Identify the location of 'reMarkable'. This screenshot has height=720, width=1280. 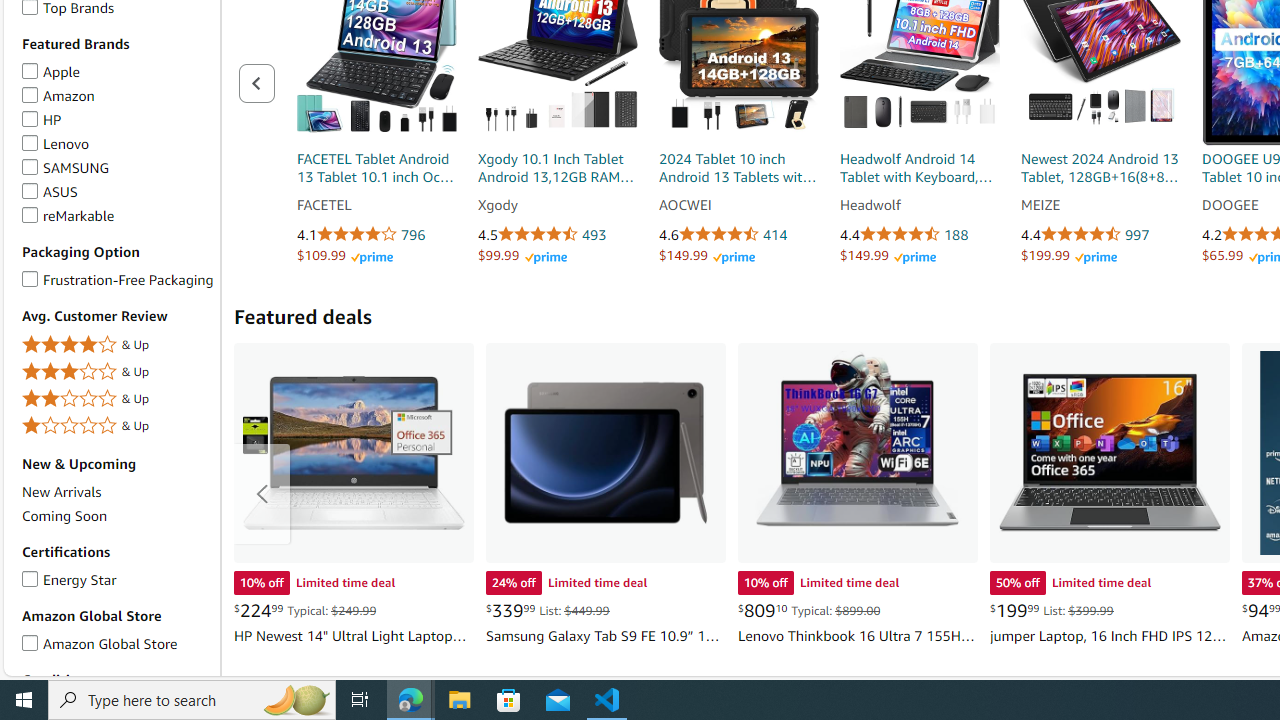
(30, 212).